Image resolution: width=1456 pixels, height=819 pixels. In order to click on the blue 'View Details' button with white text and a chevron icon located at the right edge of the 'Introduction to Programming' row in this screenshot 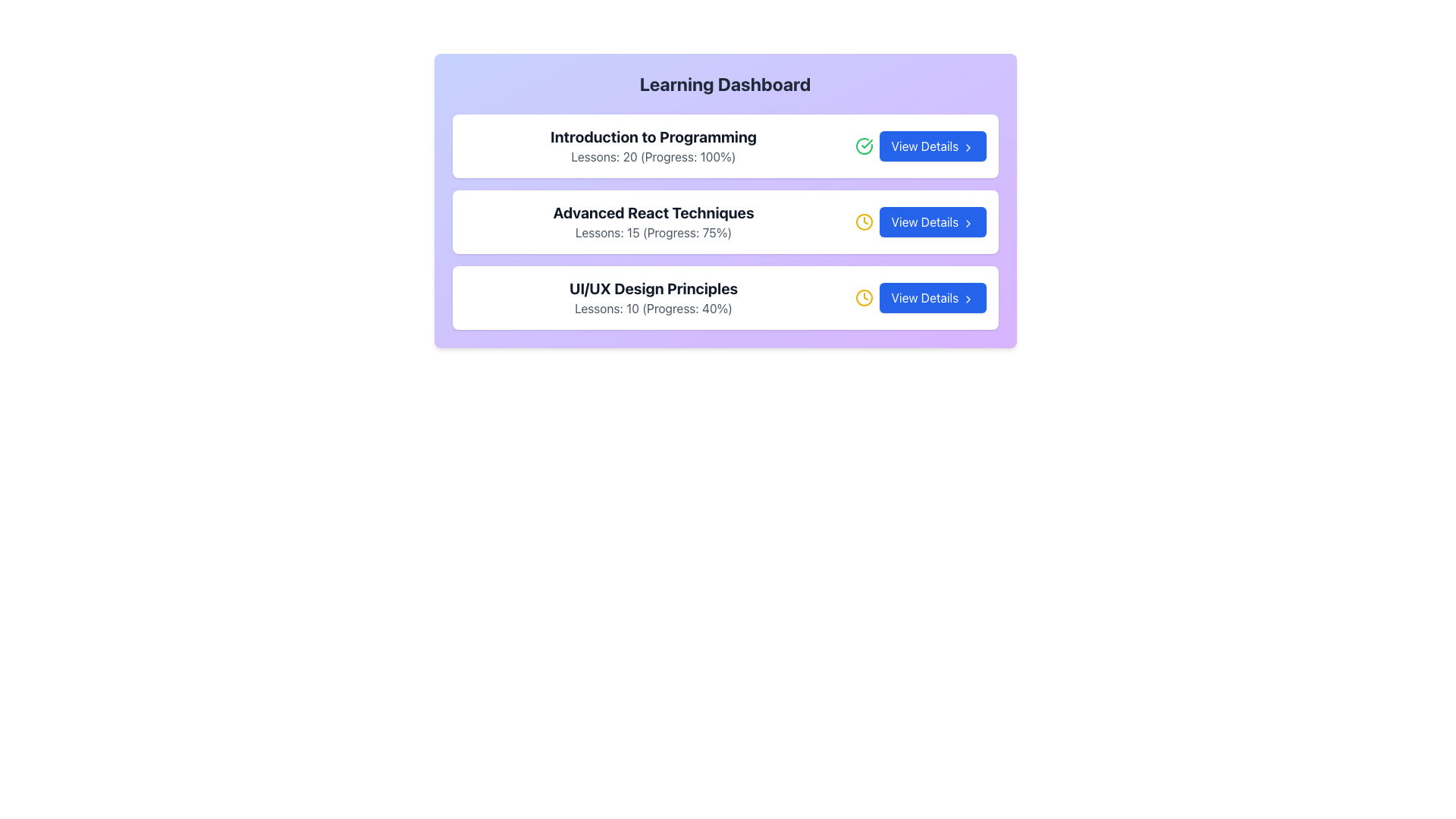, I will do `click(931, 146)`.